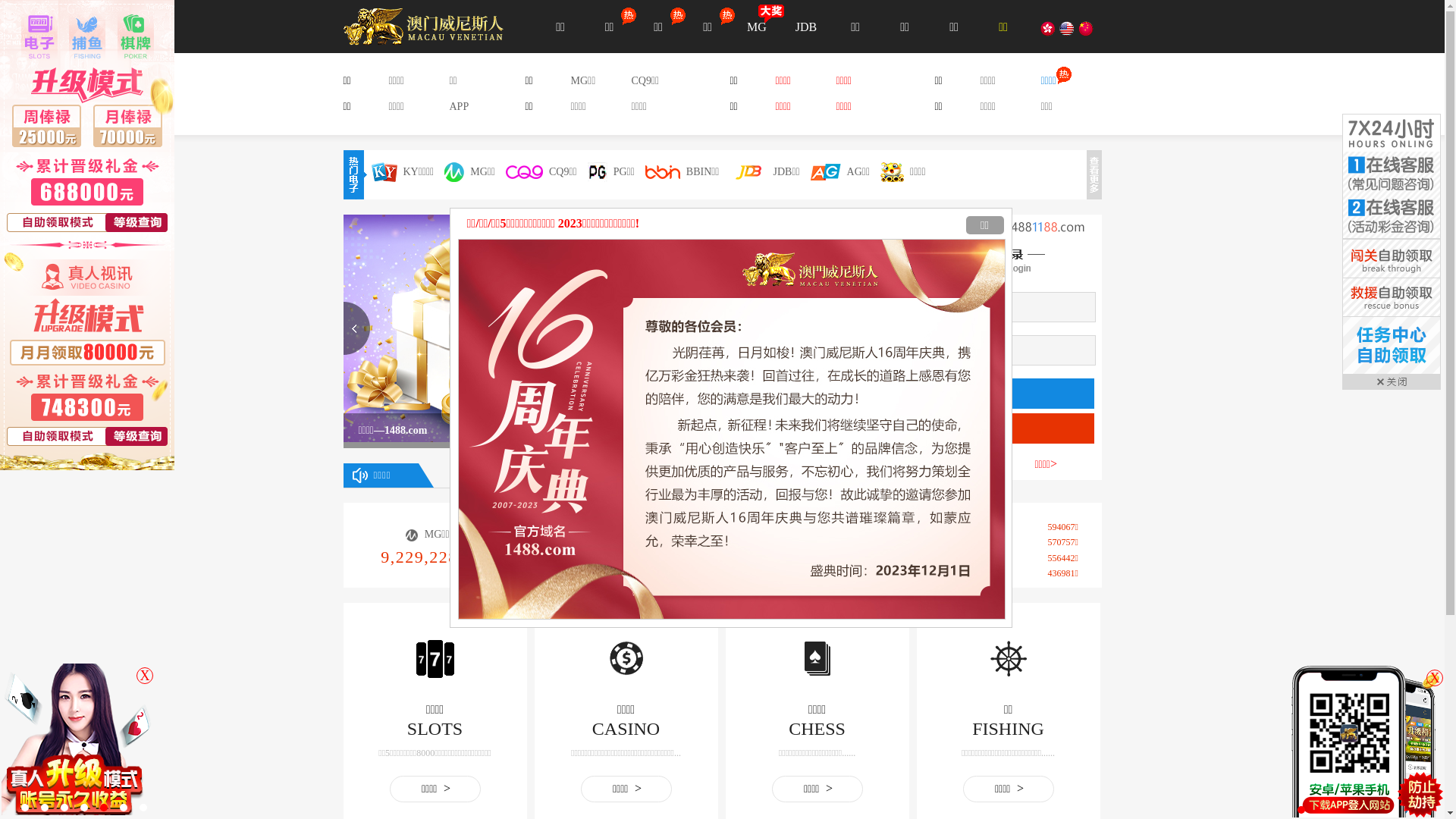 The width and height of the screenshot is (1456, 819). Describe the element at coordinates (447, 105) in the screenshot. I see `'APP'` at that location.